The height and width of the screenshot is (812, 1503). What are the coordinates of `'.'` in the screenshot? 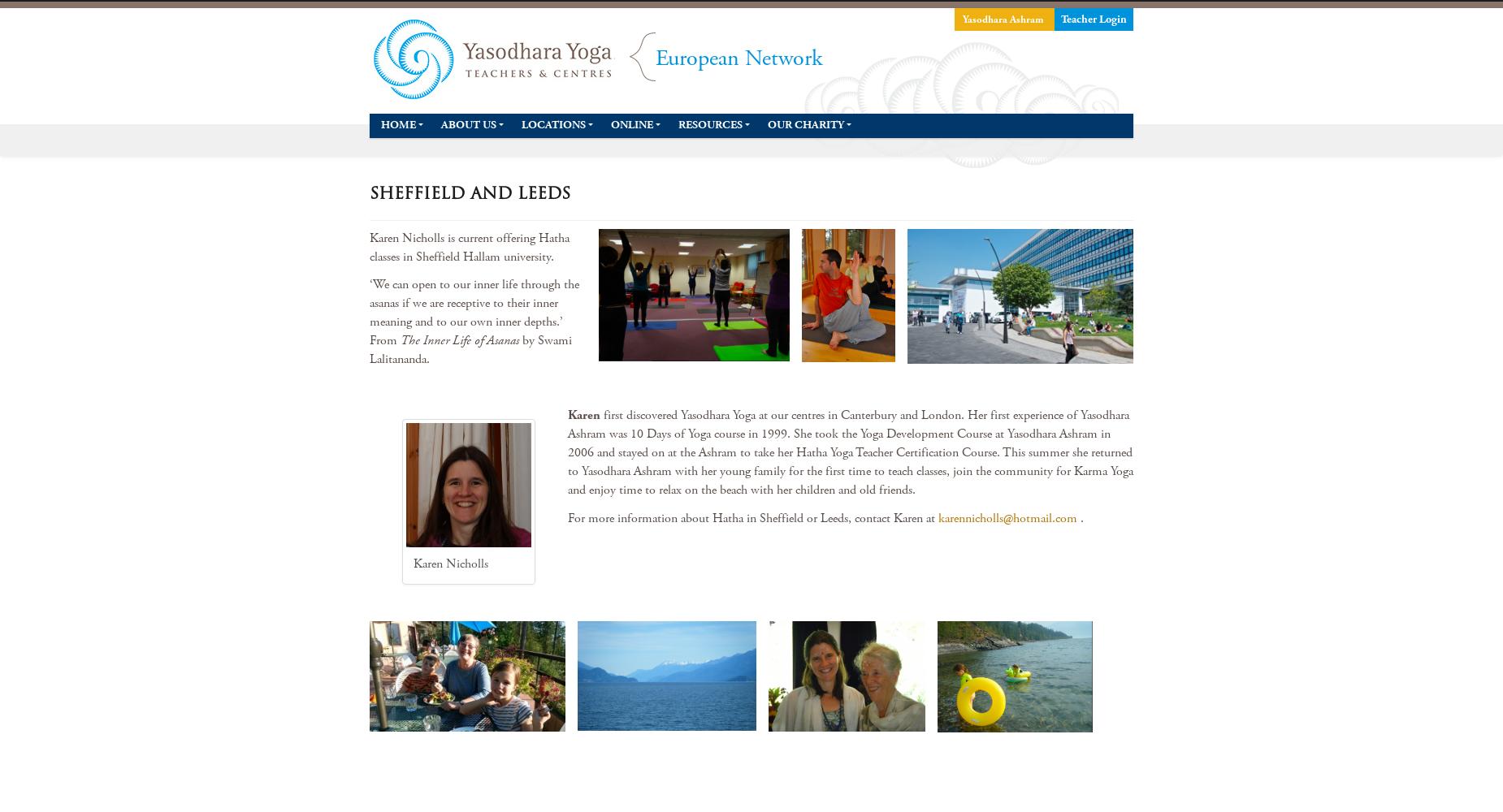 It's located at (1079, 517).